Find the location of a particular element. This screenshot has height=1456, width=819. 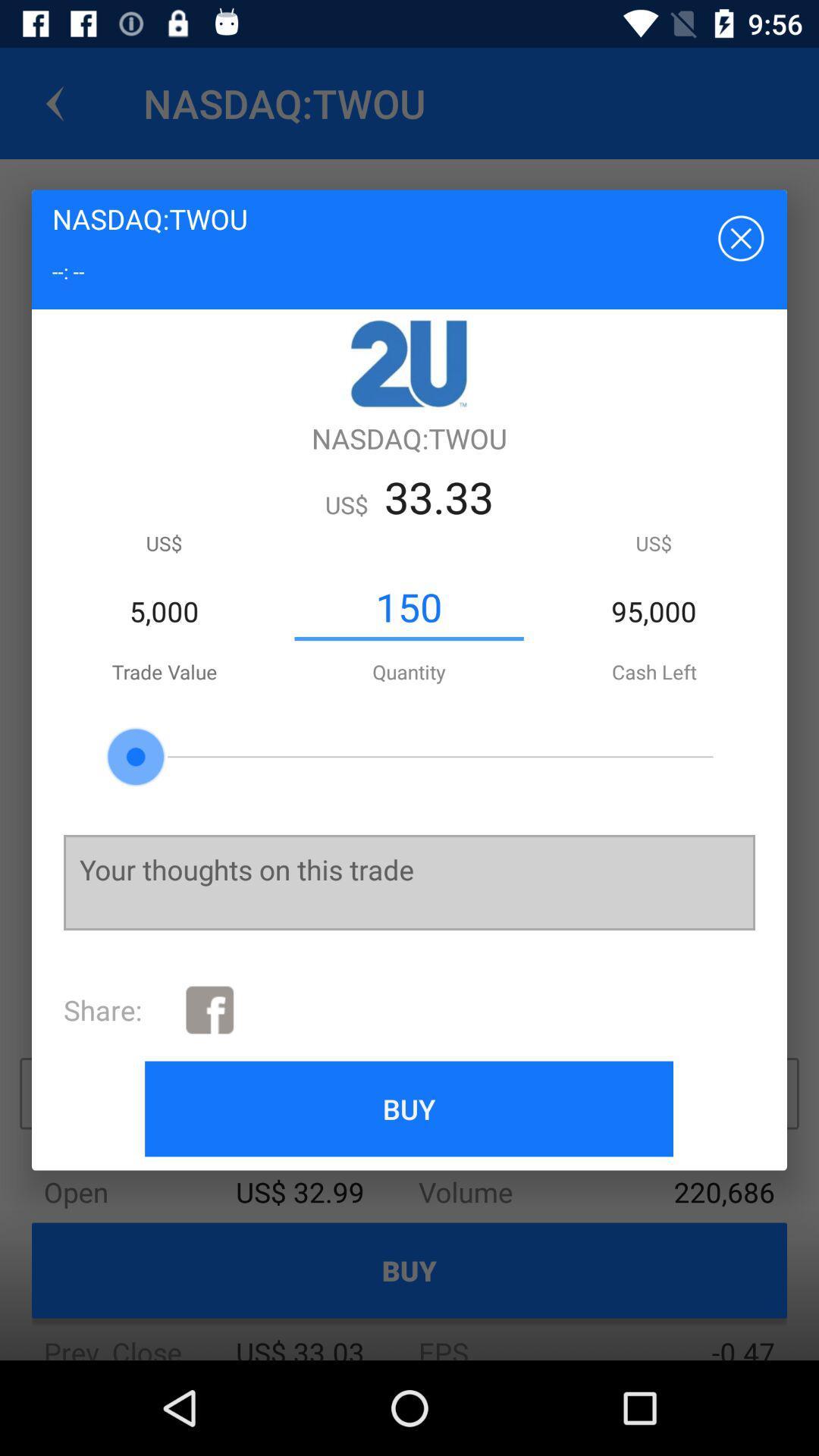

item above the quantity item is located at coordinates (408, 607).